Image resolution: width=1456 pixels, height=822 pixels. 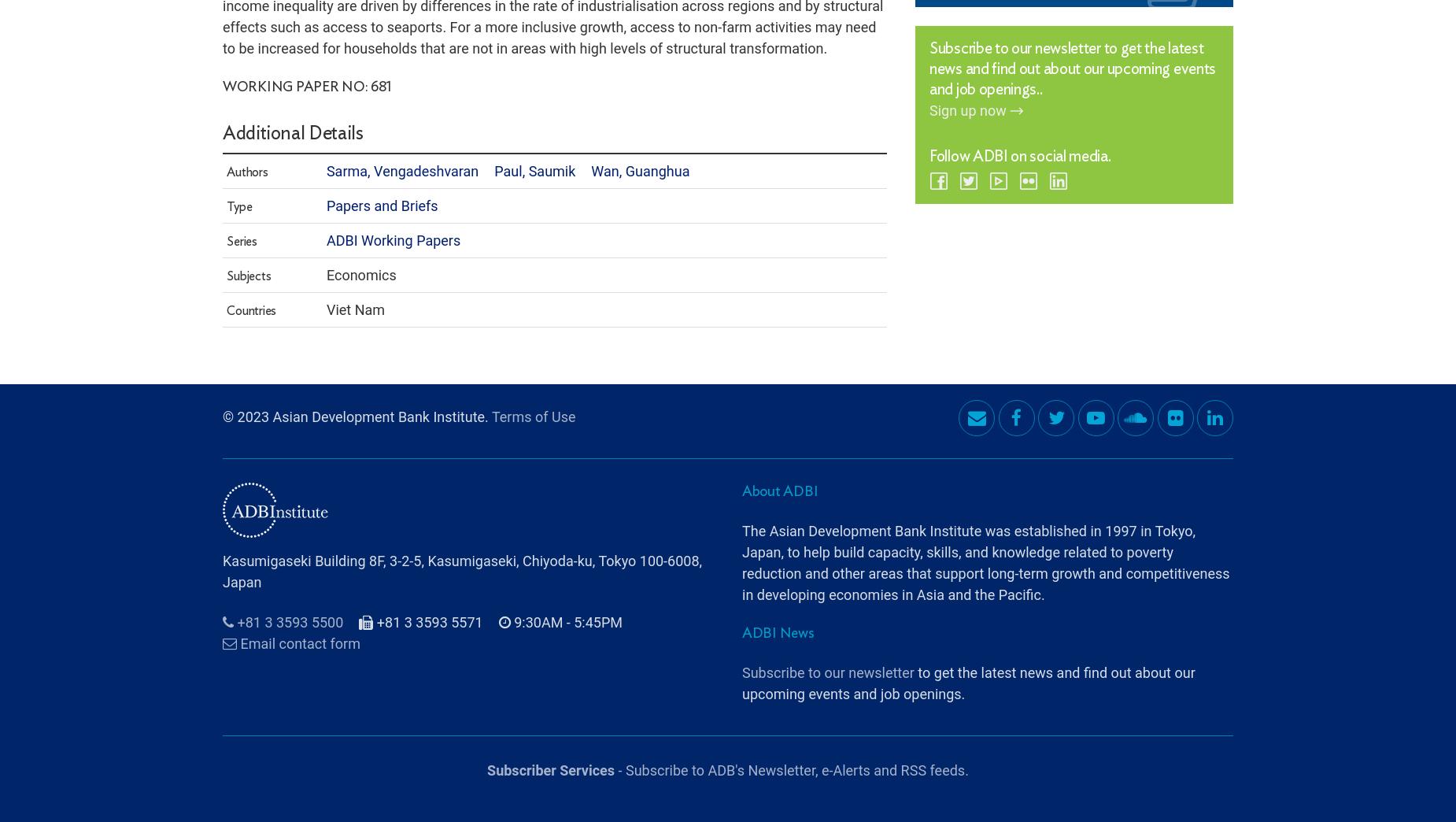 What do you see at coordinates (777, 590) in the screenshot?
I see `'ADBI News'` at bounding box center [777, 590].